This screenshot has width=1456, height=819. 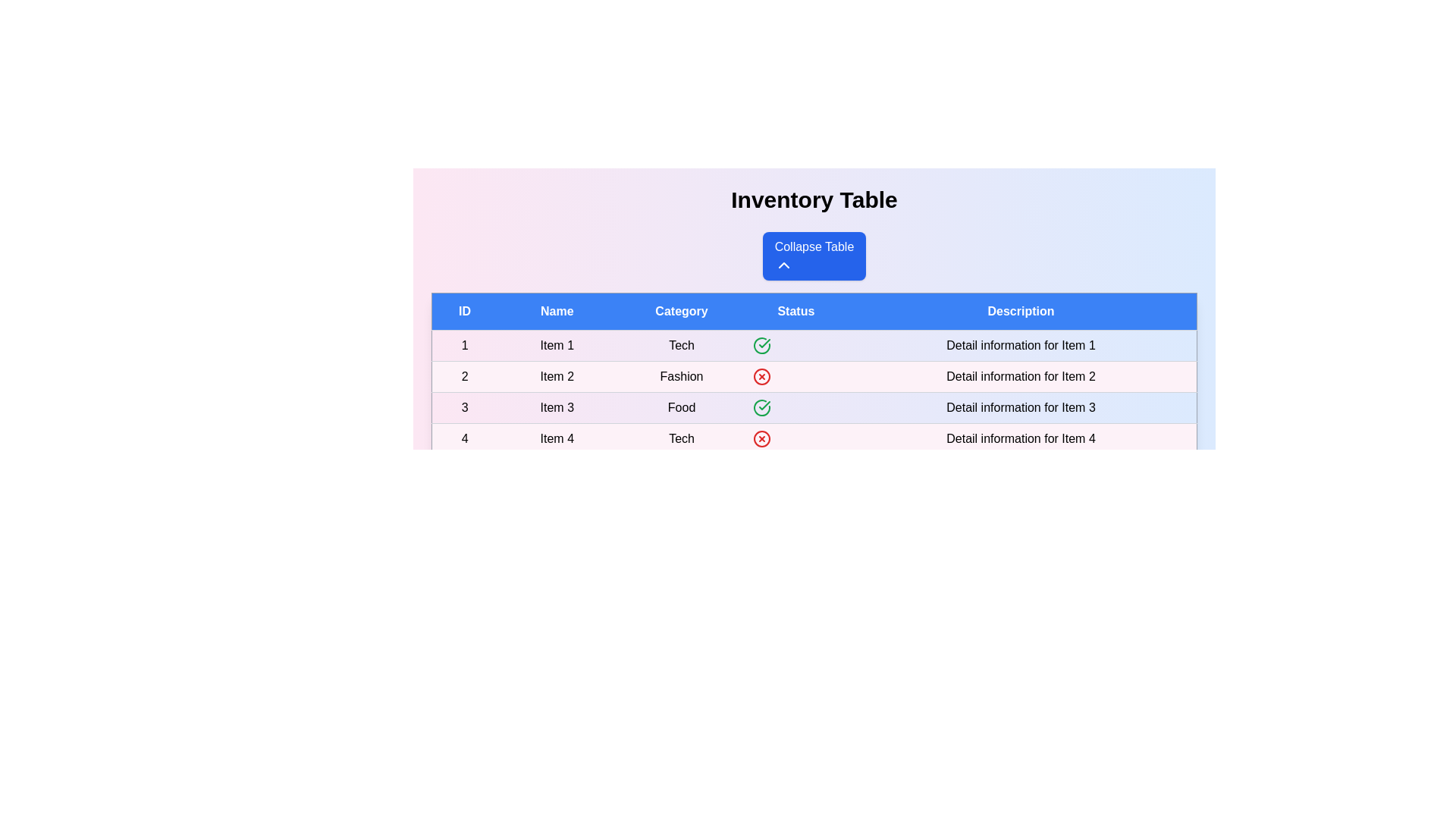 I want to click on the row with ID 2 to highlight it, so click(x=814, y=376).